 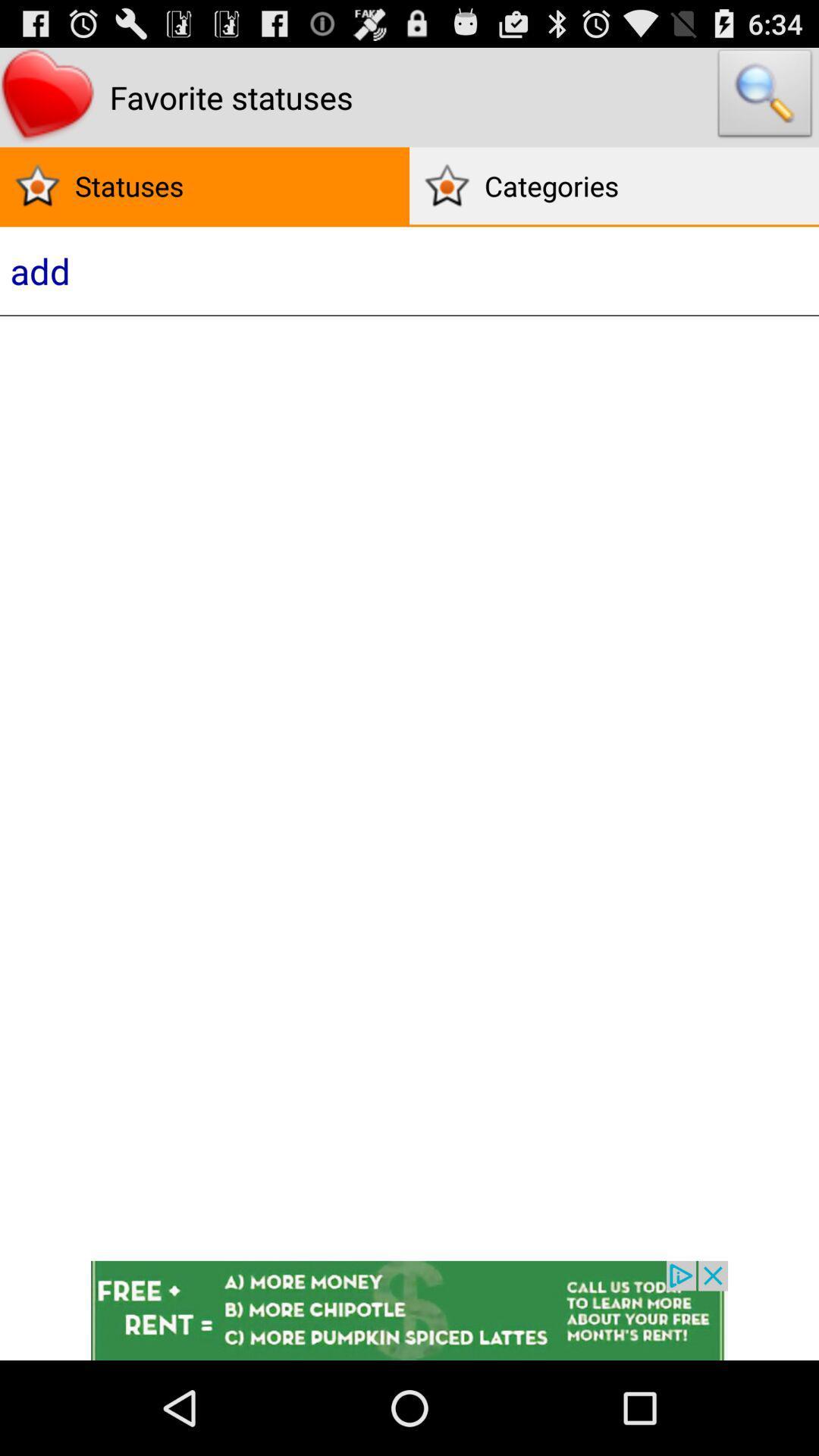 What do you see at coordinates (409, 1310) in the screenshot?
I see `open webpage of displayed advertisement` at bounding box center [409, 1310].